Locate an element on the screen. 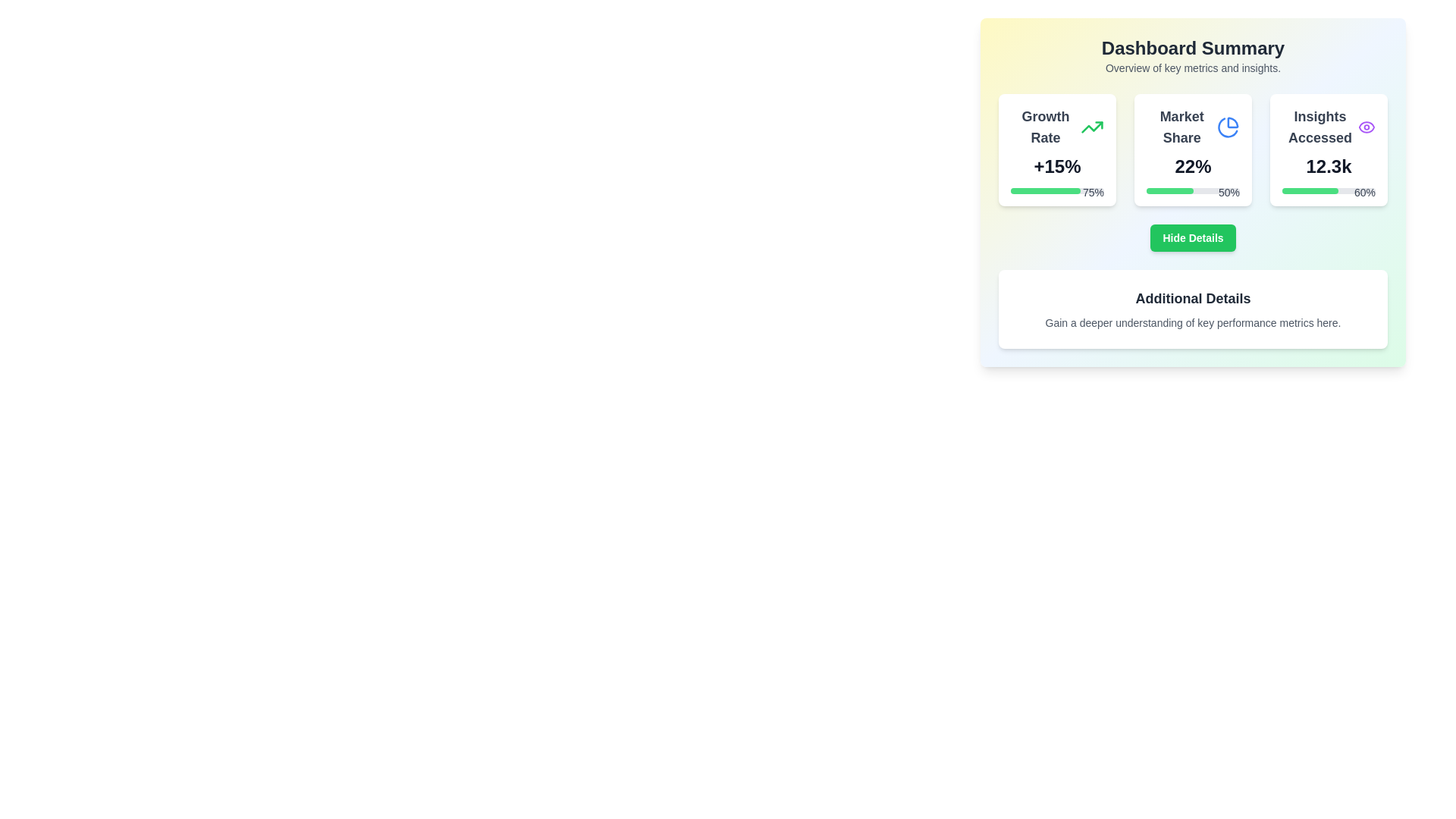  the static text element displaying '+15%' located at the bottom-center of the 'Growth Rate' card in the 'Dashboard Summary' section is located at coordinates (1056, 166).